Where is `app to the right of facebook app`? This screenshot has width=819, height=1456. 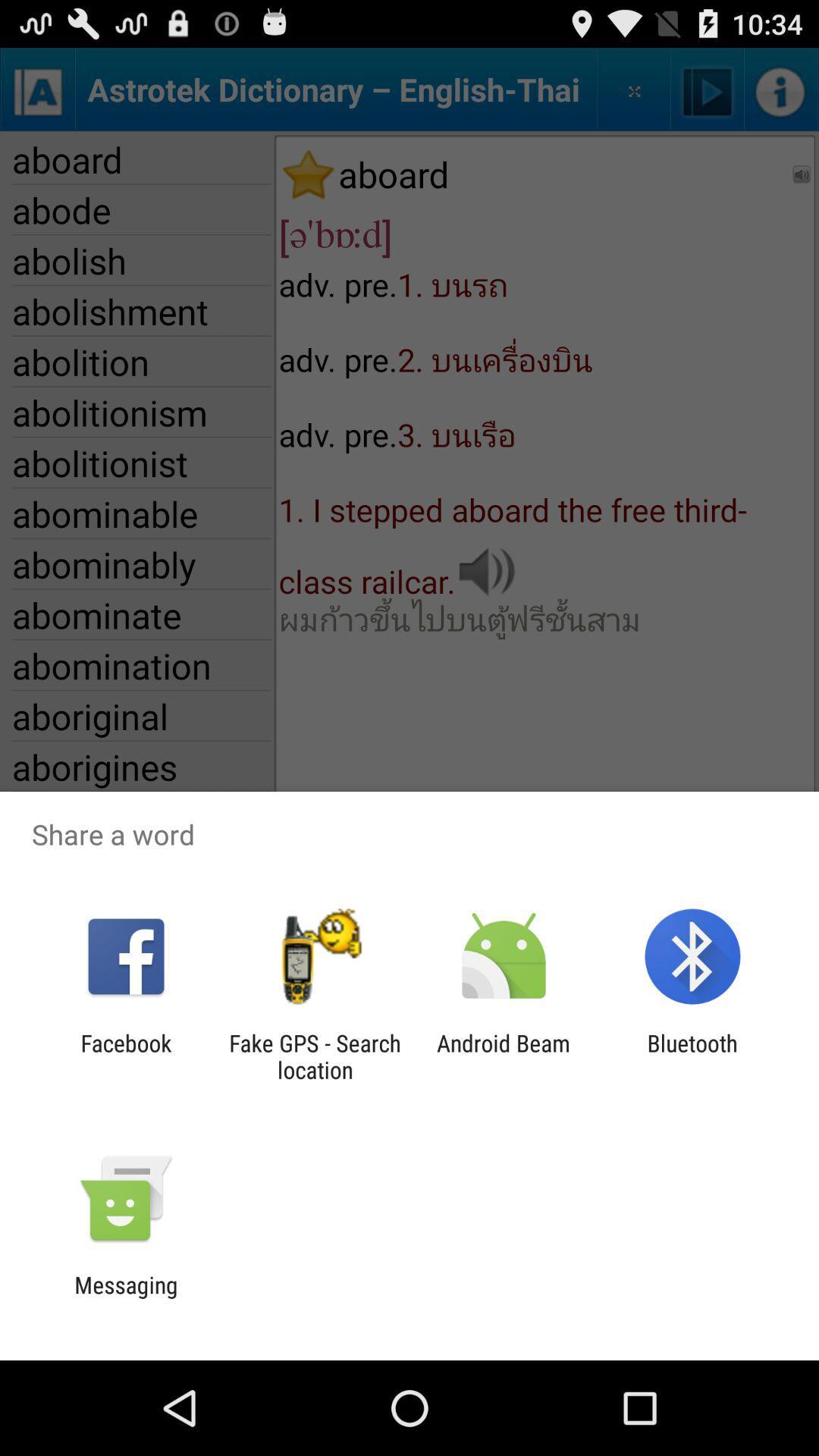 app to the right of facebook app is located at coordinates (314, 1056).